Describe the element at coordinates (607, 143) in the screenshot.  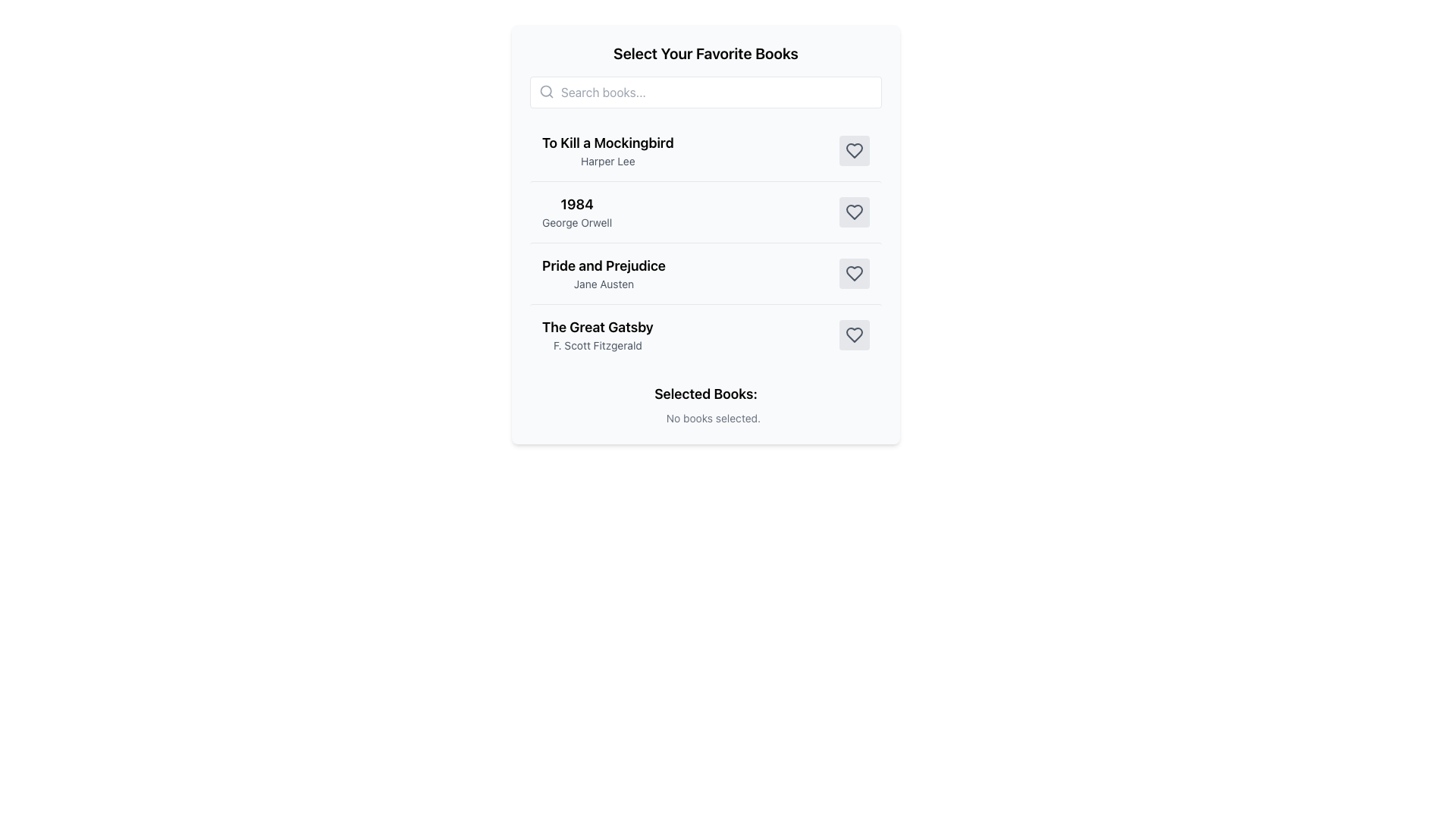
I see `text label displaying the title 'To Kill a Mockingbird' located at the top-left corner of the list of books for book identification` at that location.